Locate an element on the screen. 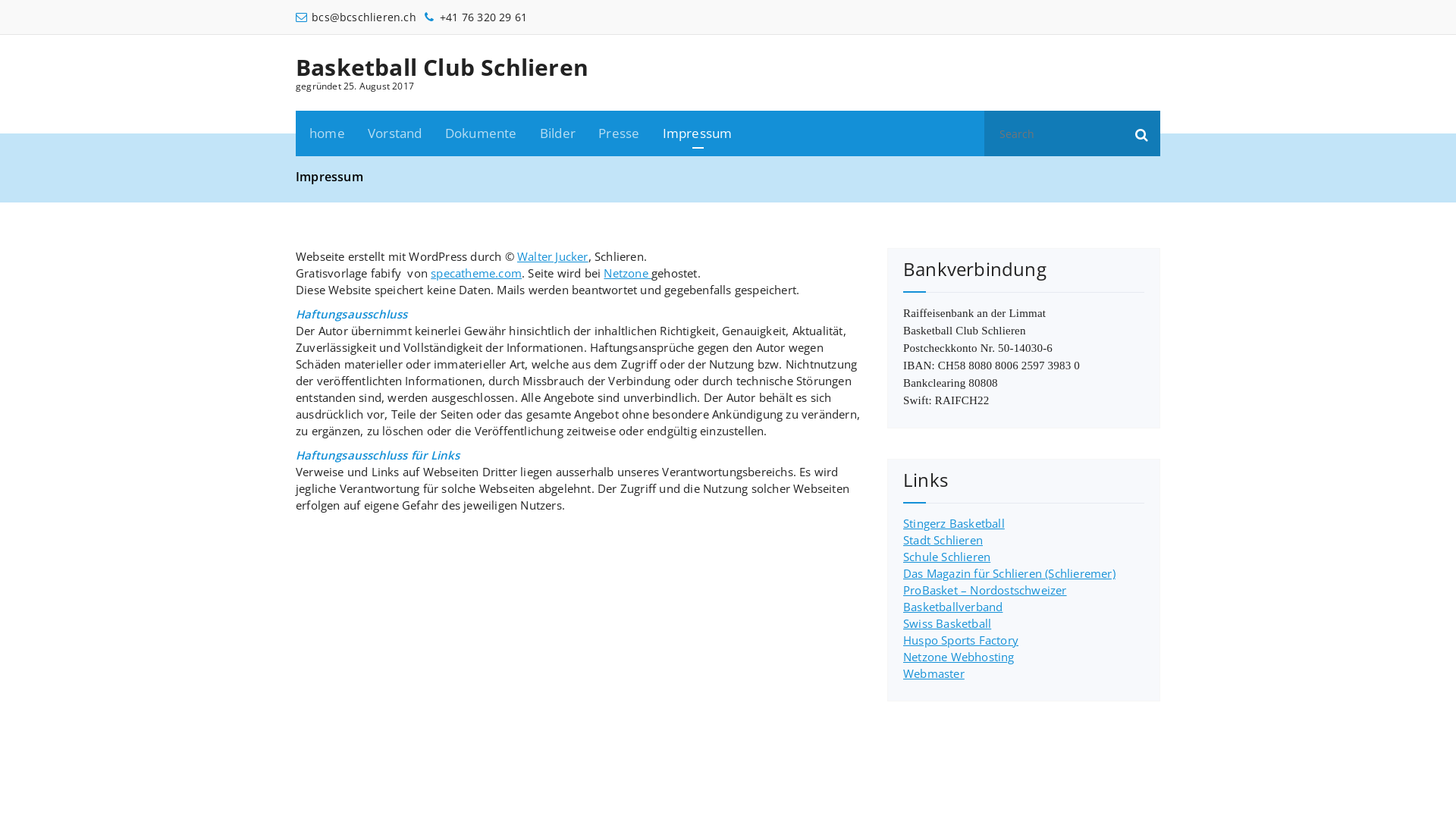  'Swiss Basketball' is located at coordinates (946, 623).